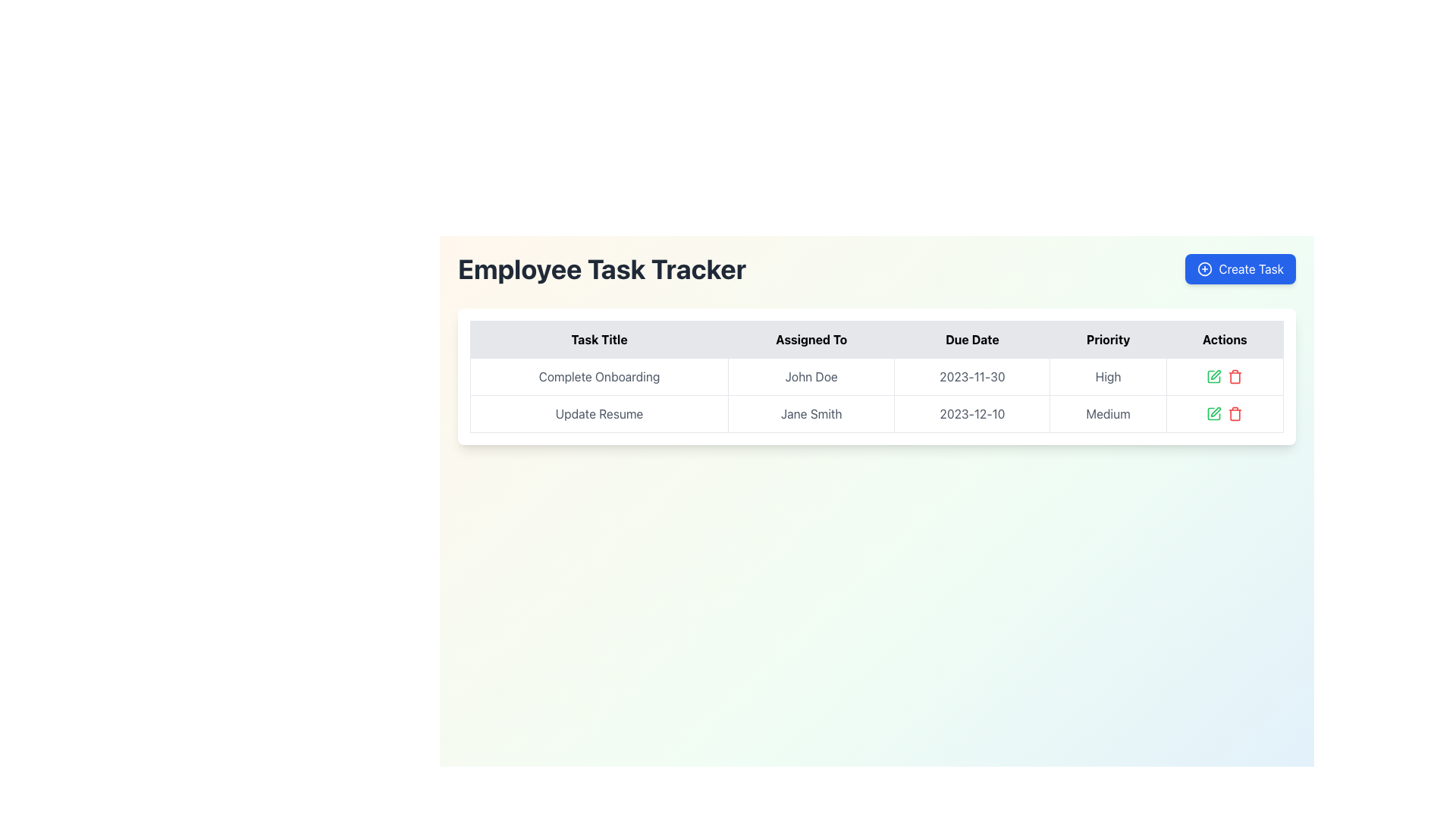  Describe the element at coordinates (1216, 375) in the screenshot. I see `the edit icon in the Actions column of the second task ('Update Resume')` at that location.